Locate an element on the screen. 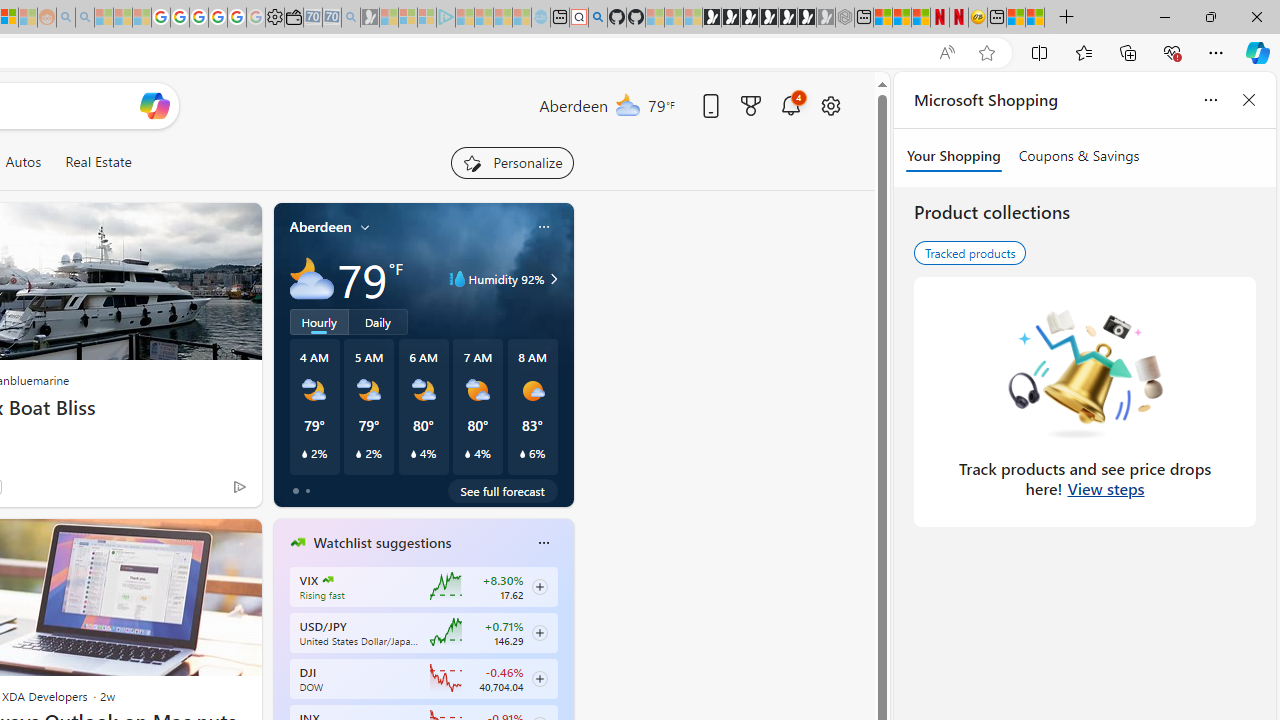 The width and height of the screenshot is (1280, 720). 'See full forecast' is located at coordinates (502, 491).